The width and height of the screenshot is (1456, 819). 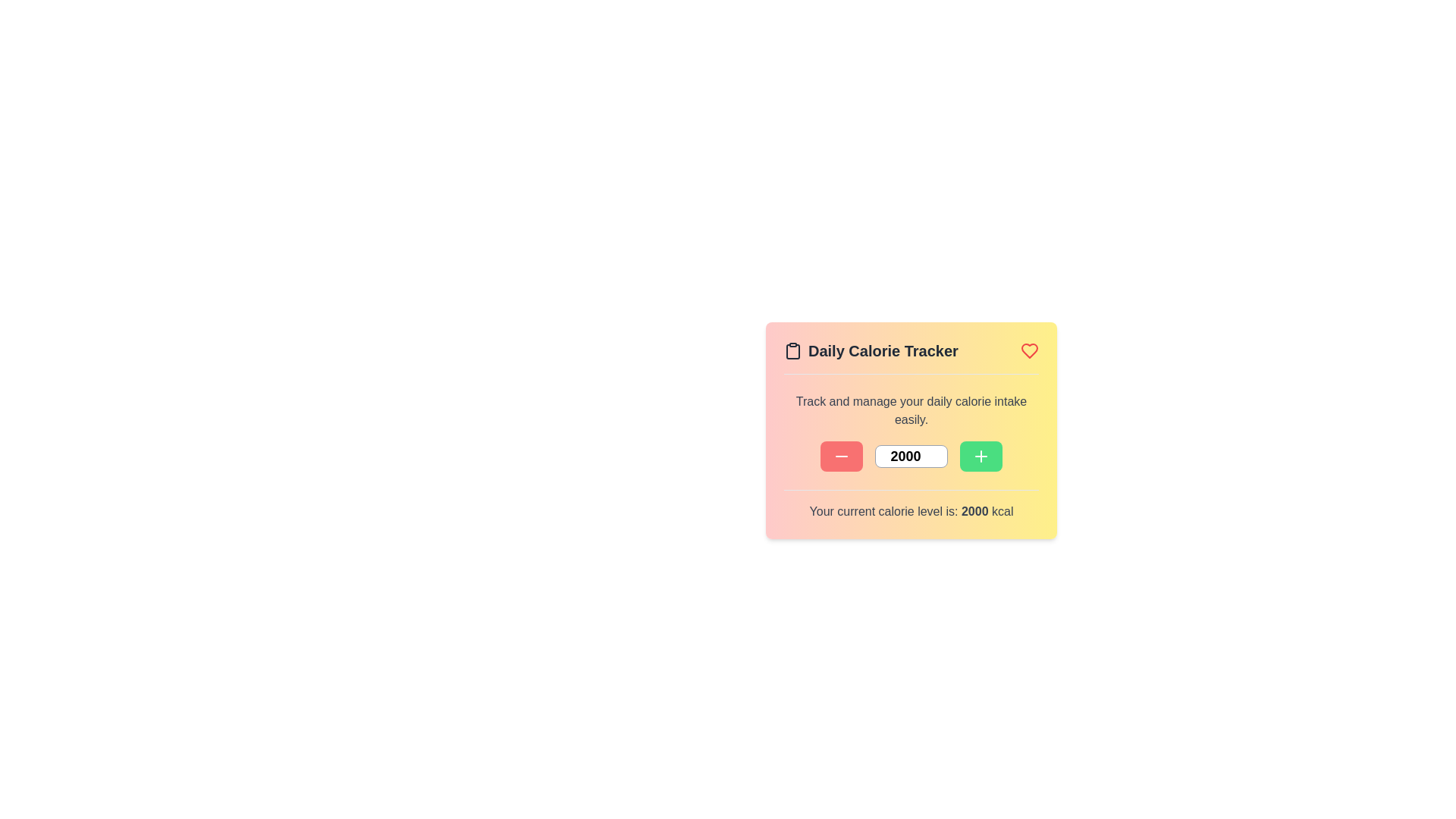 I want to click on the heart-shaped icon outlined in red located in the top right corner of the 'Daily Calorie Tracker' header, so click(x=1030, y=350).